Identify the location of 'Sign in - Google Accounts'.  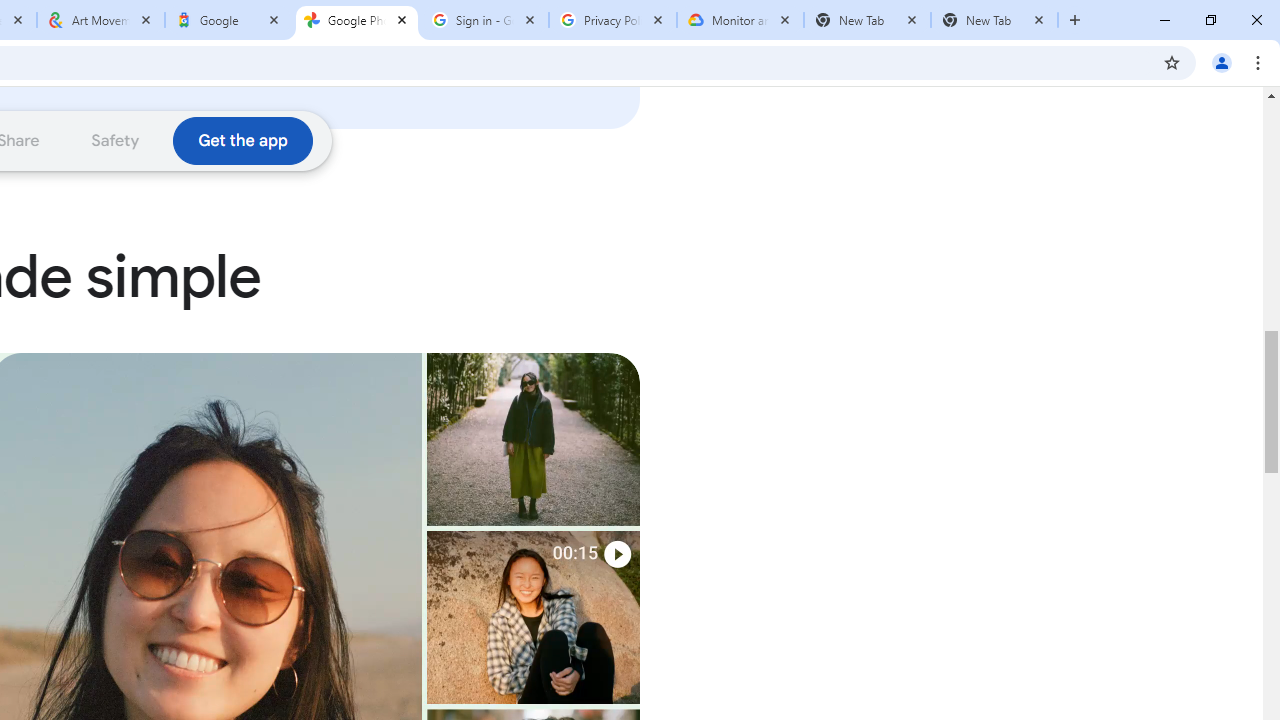
(485, 20).